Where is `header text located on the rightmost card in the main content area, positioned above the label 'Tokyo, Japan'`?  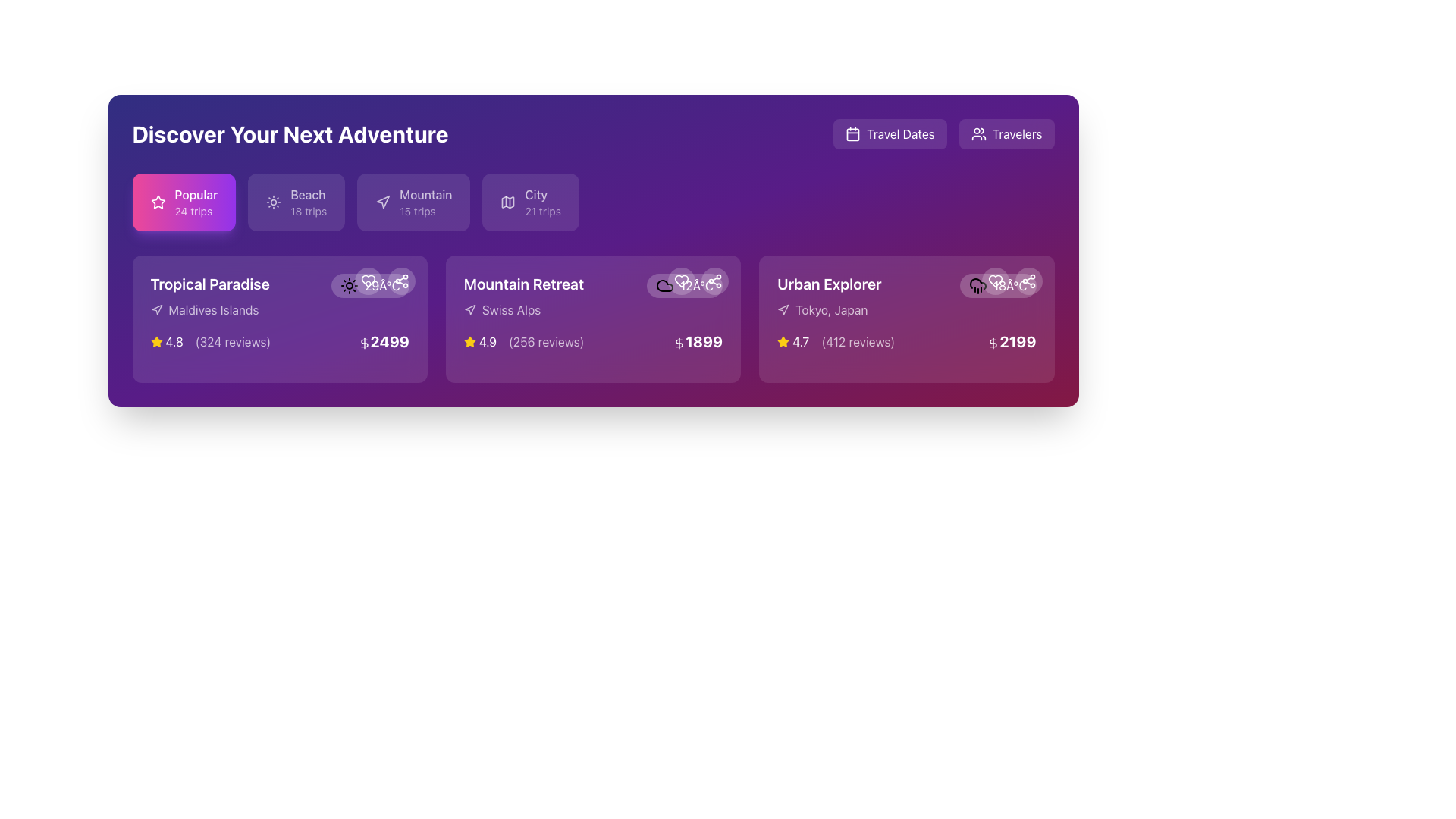
header text located on the rightmost card in the main content area, positioned above the label 'Tokyo, Japan' is located at coordinates (828, 284).